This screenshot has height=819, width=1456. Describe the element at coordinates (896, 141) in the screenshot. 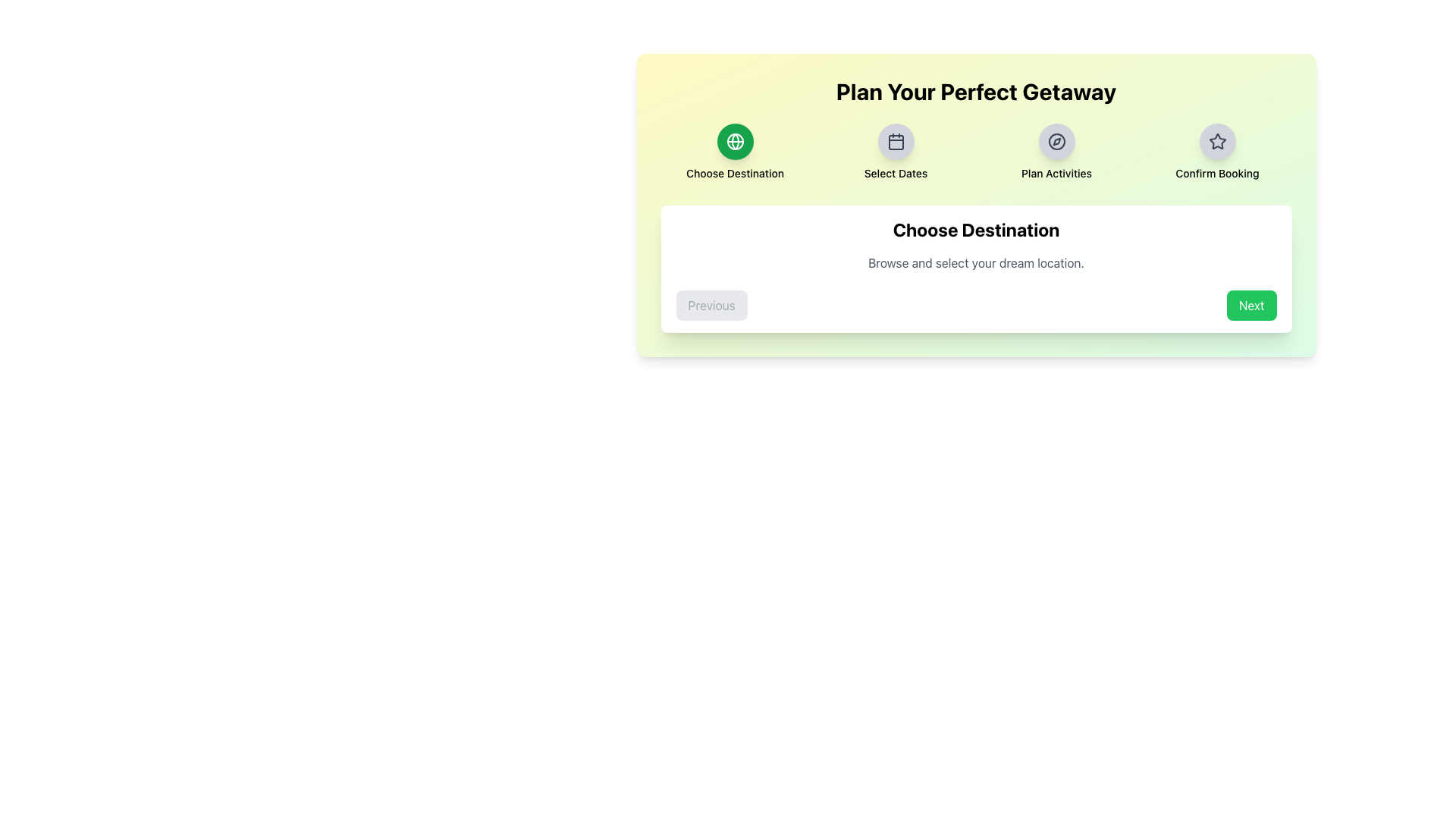

I see `the calendar icon, which is the second circular button under the title 'Plan Your Perfect Getaway'` at that location.